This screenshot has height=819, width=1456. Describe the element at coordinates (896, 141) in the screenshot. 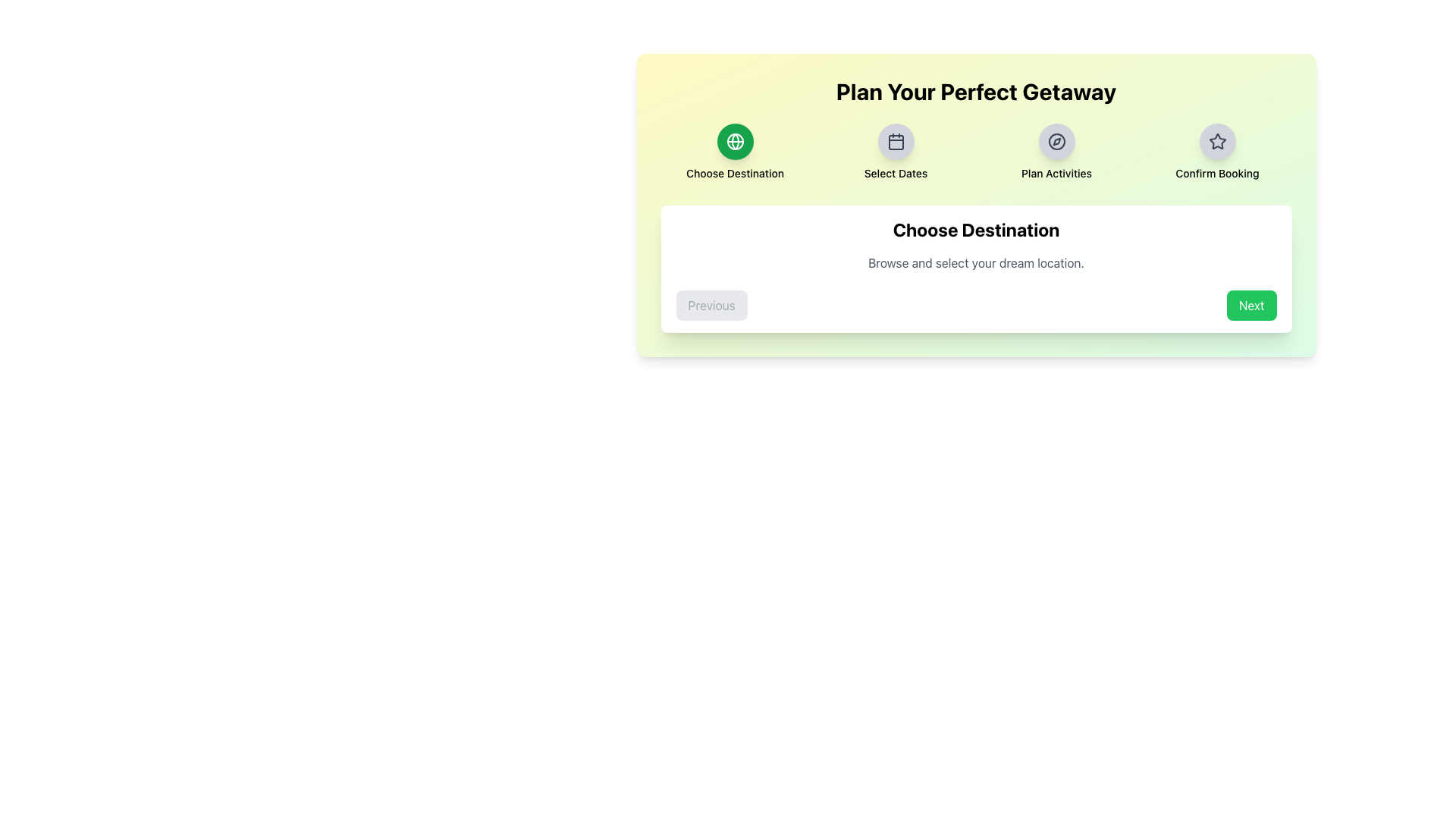

I see `the calendar icon, which is the second circular button under the title 'Plan Your Perfect Getaway'` at that location.